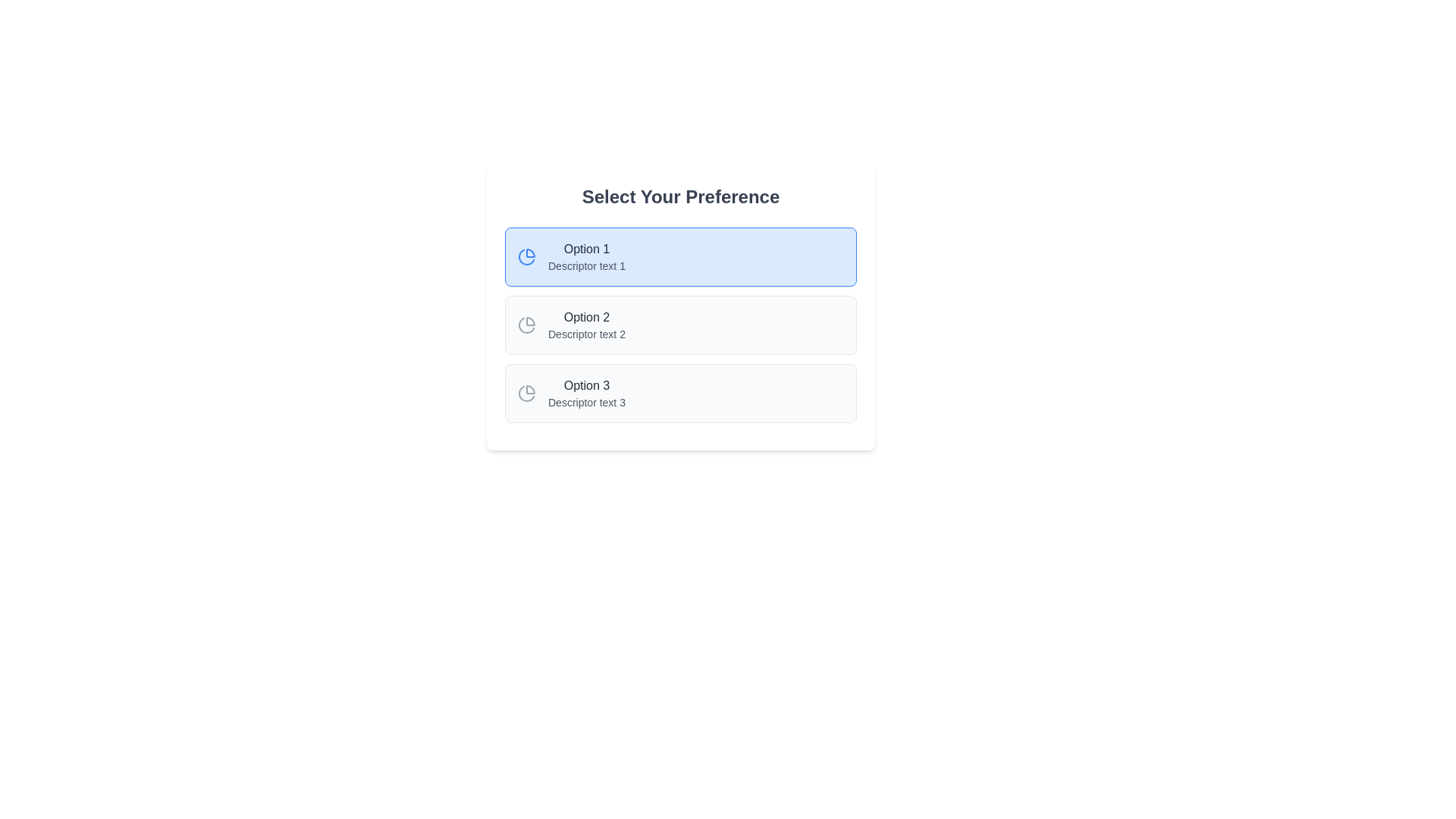 The image size is (1456, 819). What do you see at coordinates (585, 324) in the screenshot?
I see `the selectable option labeled 'Option 2' which includes the descriptor text 'Descriptor text 2'` at bounding box center [585, 324].